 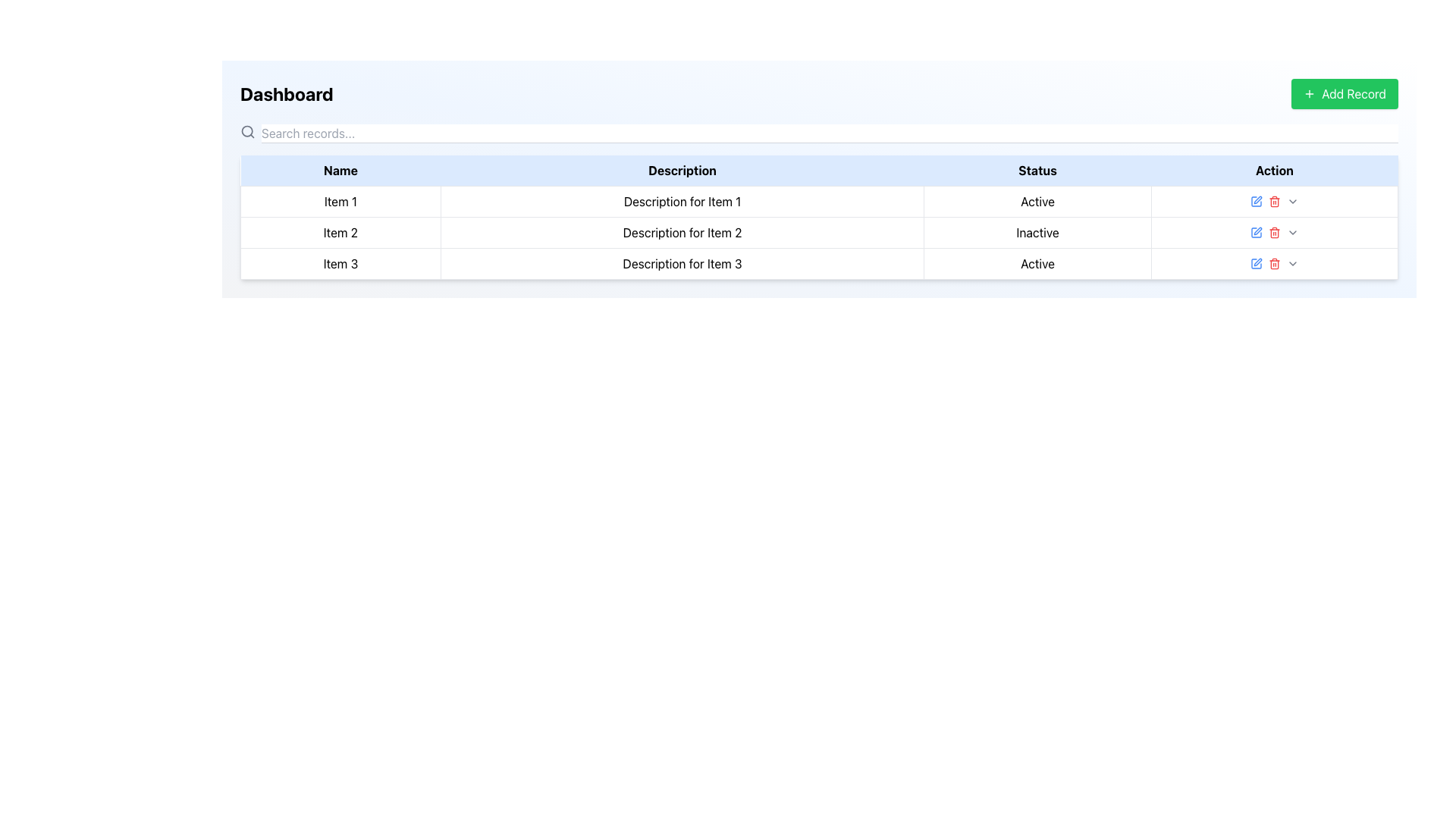 I want to click on the icon element located in the 'Action' column corresponding to the last 'Active' data entry, which is represented by a square outline with rounded corners, so click(x=1256, y=201).